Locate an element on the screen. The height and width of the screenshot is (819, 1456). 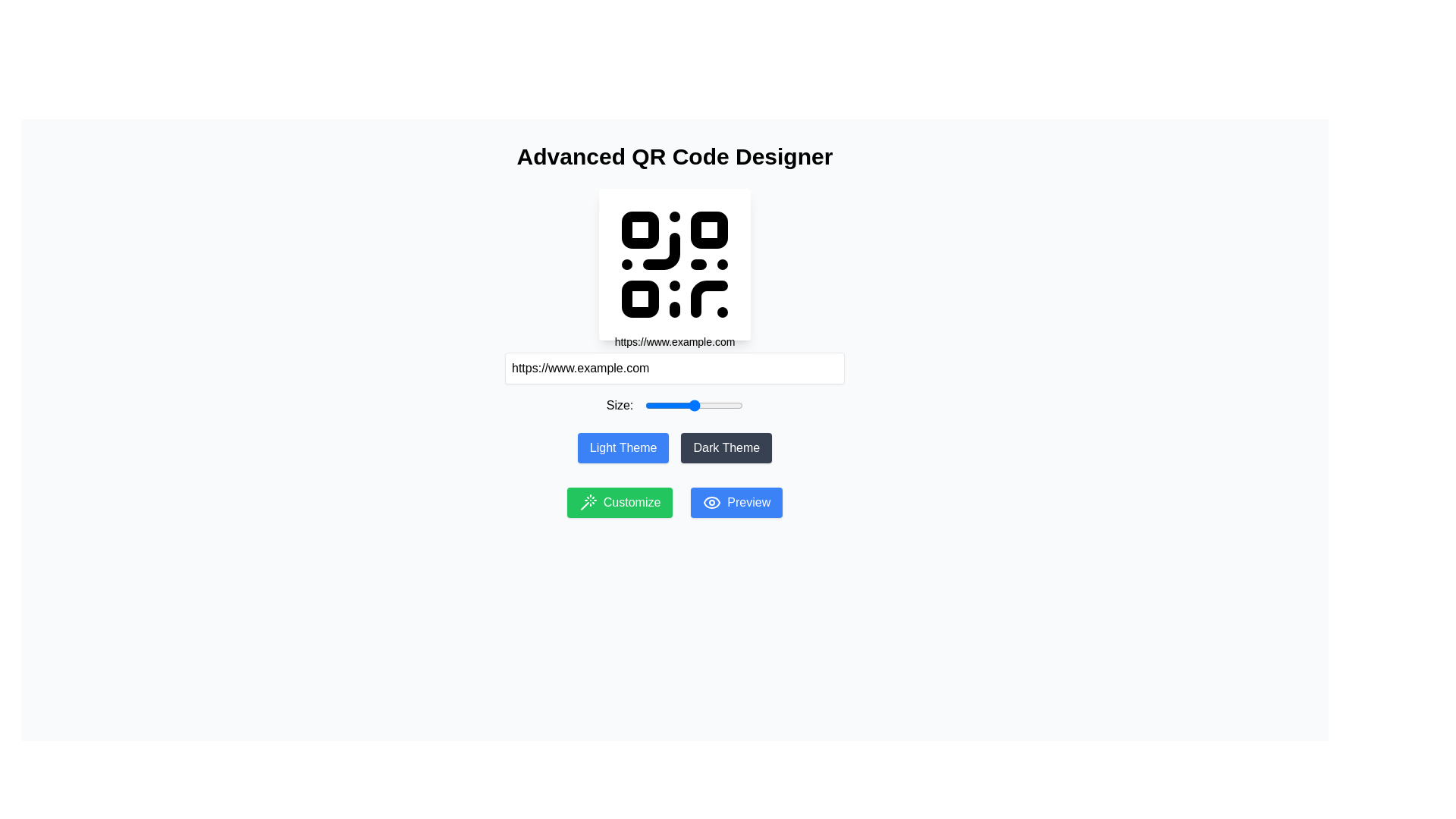
the visibility icon located at the edge of the navigation bar to view options is located at coordinates (711, 503).